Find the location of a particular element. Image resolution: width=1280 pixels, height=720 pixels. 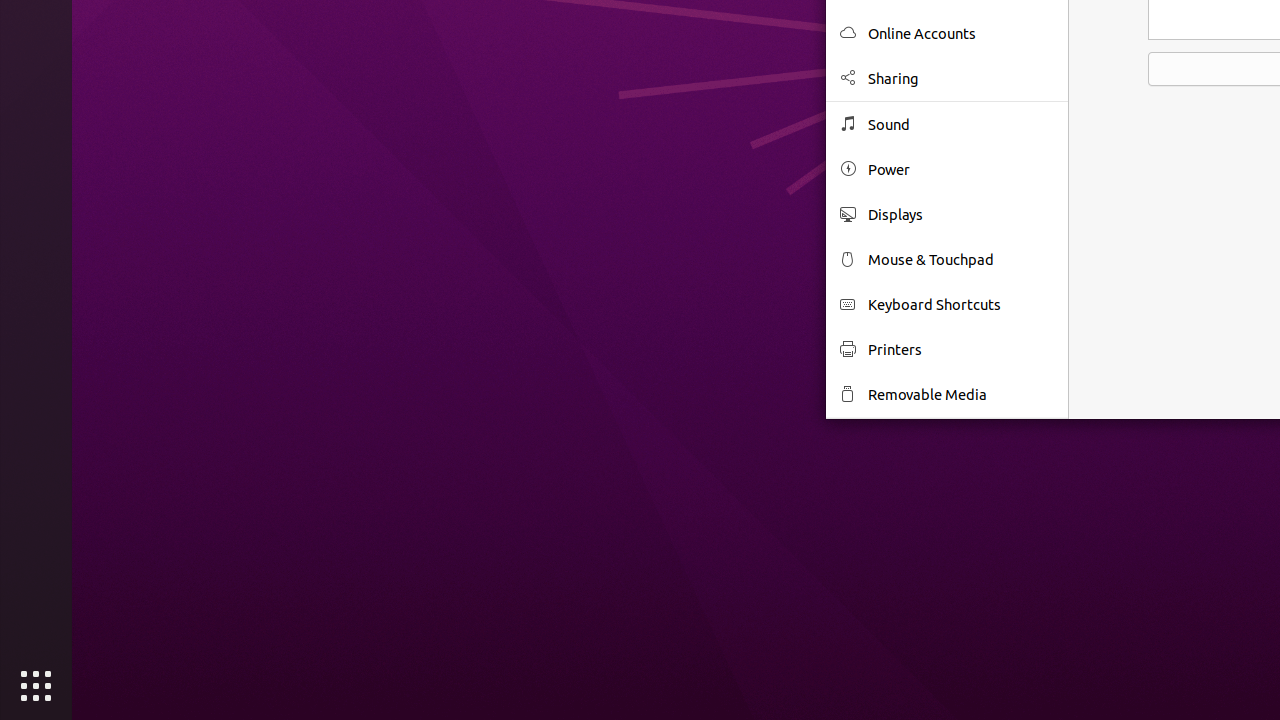

'Power' is located at coordinates (961, 168).